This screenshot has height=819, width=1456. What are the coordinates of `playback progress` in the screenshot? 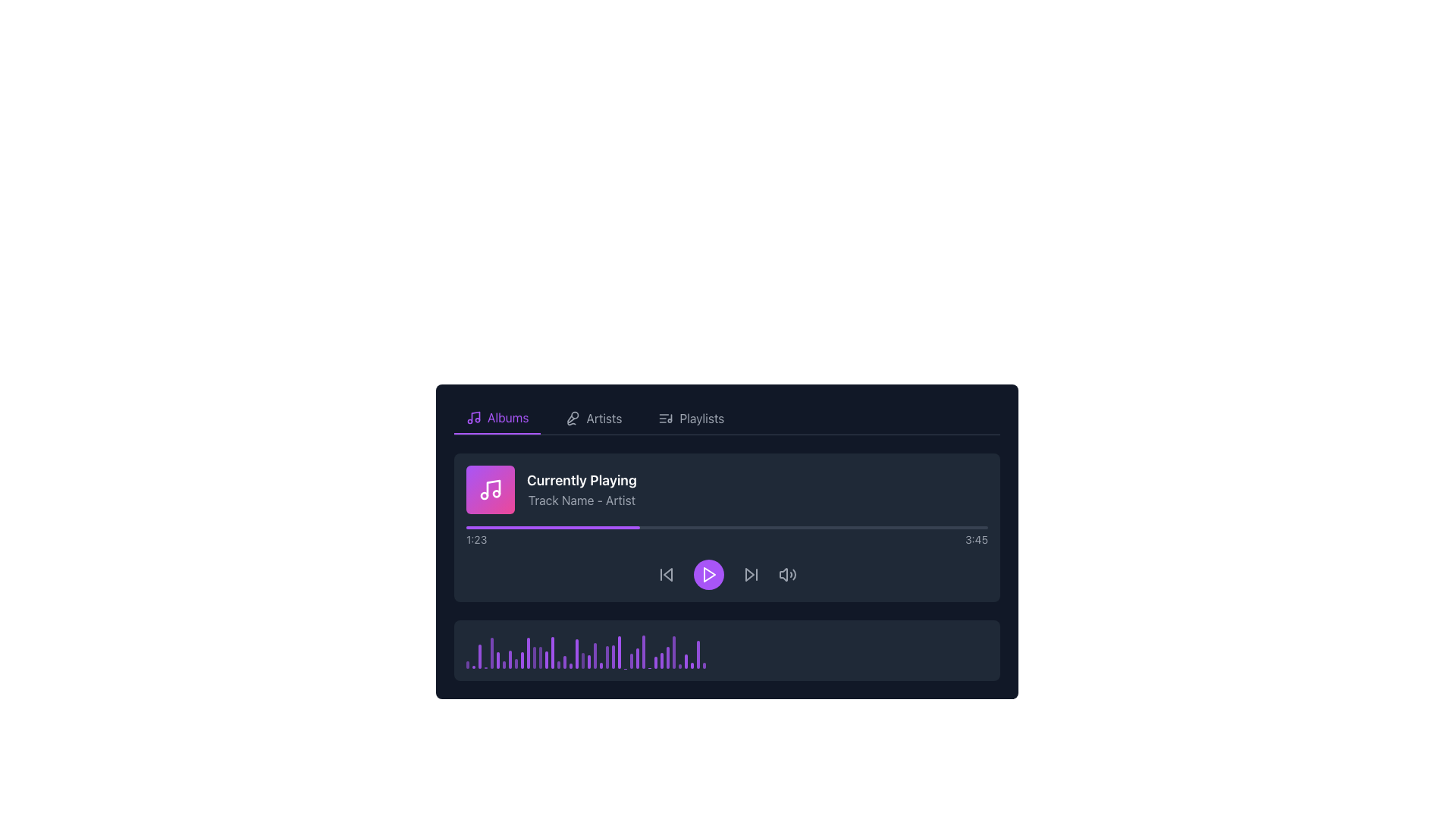 It's located at (643, 526).